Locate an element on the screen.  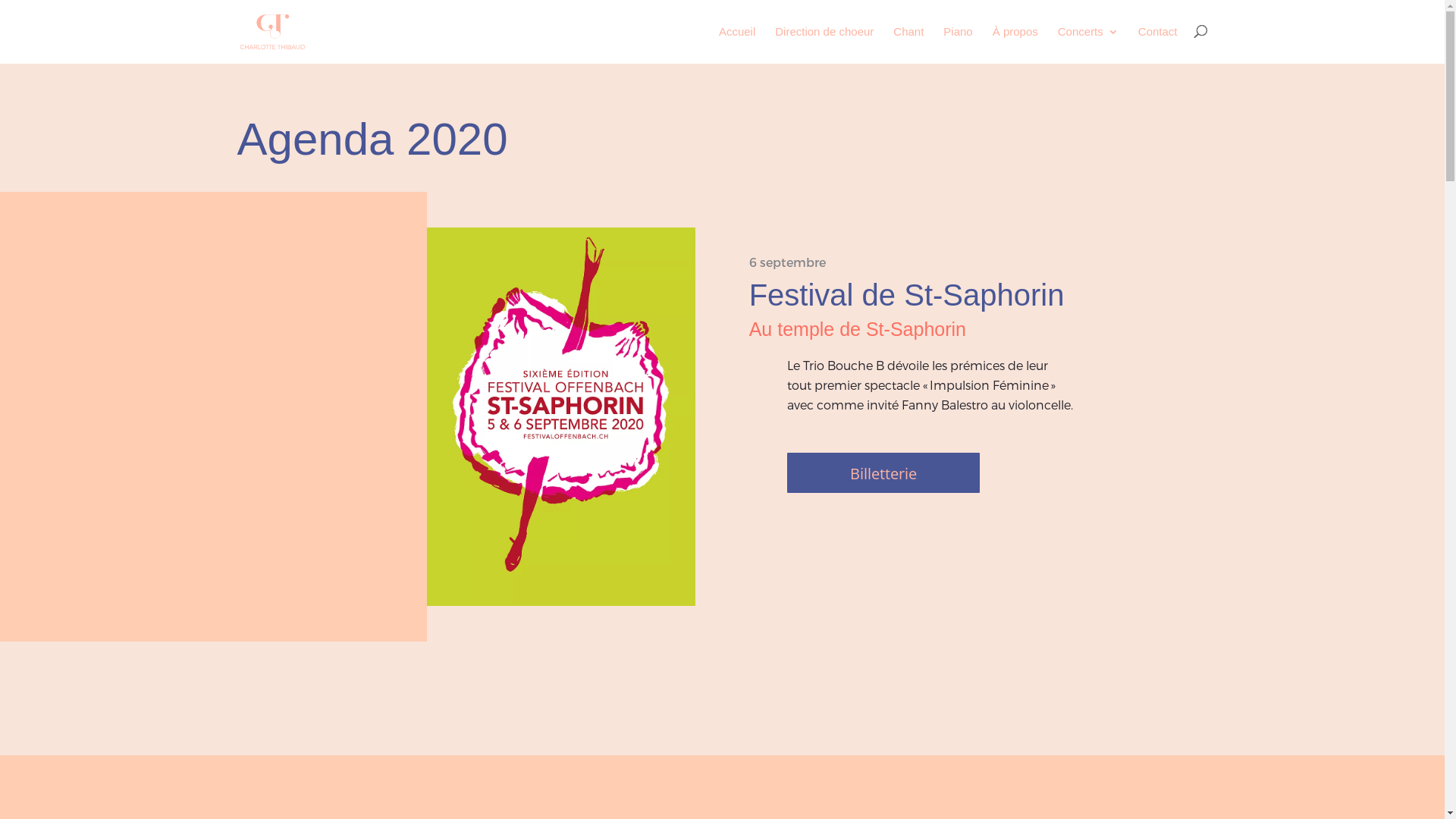
'Direction de choeur' is located at coordinates (823, 43).